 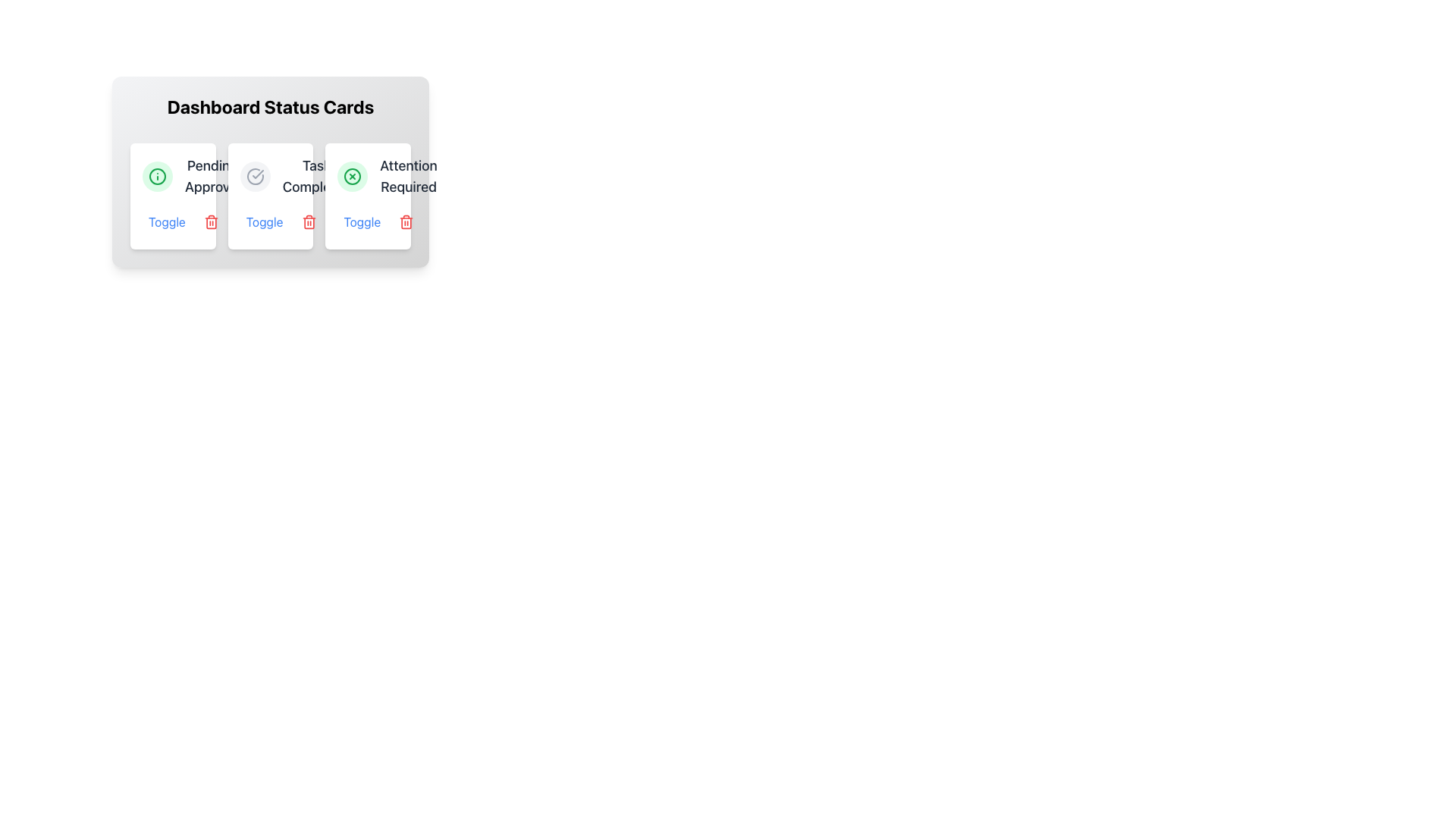 I want to click on the 'Toggle' button, which is the first button under the 'Tasks Completed' card in the 'Dashboard Status Cards' section, so click(x=265, y=222).